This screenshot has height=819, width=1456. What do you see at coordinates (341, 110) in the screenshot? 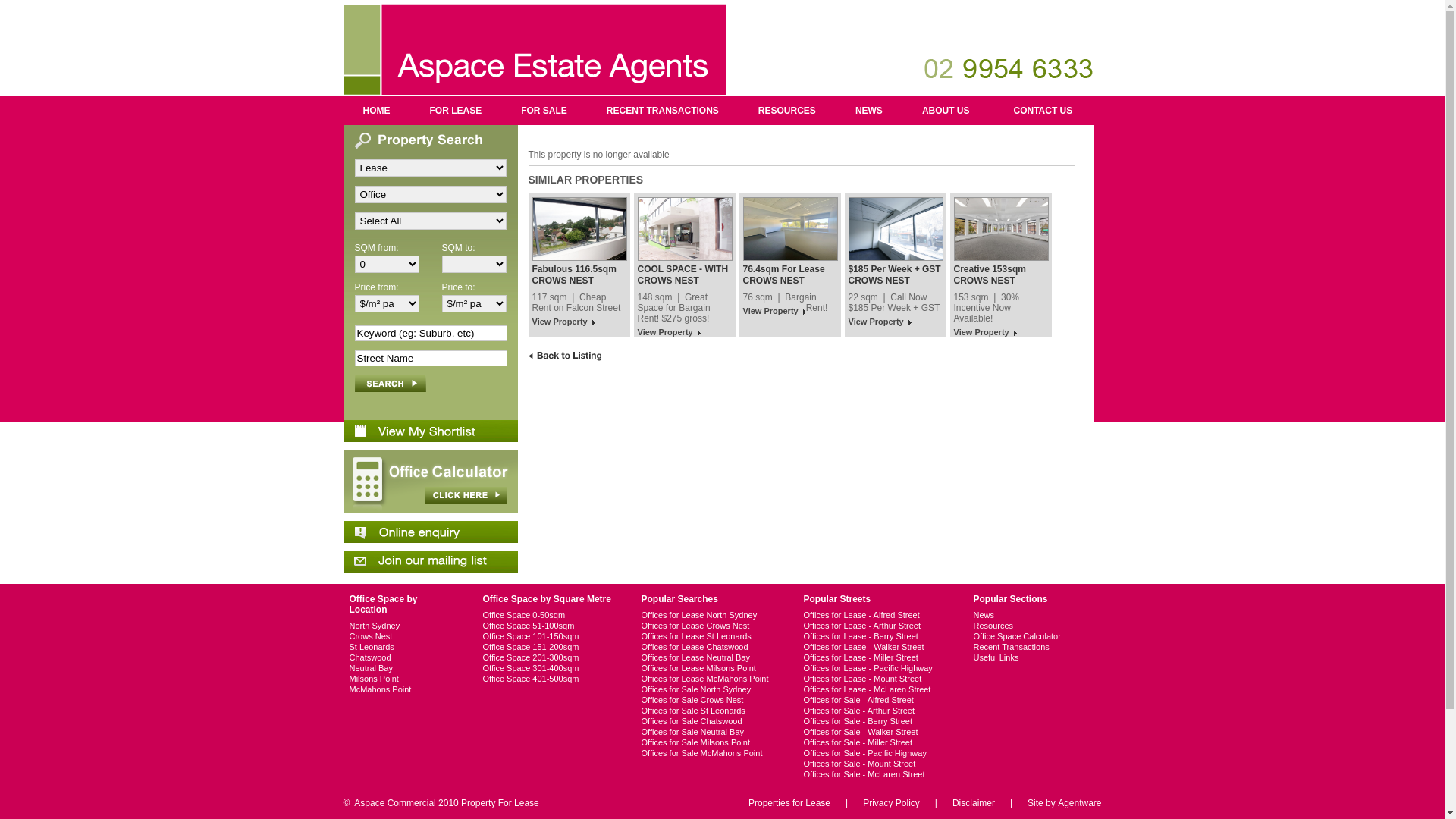
I see `'HOME'` at bounding box center [341, 110].